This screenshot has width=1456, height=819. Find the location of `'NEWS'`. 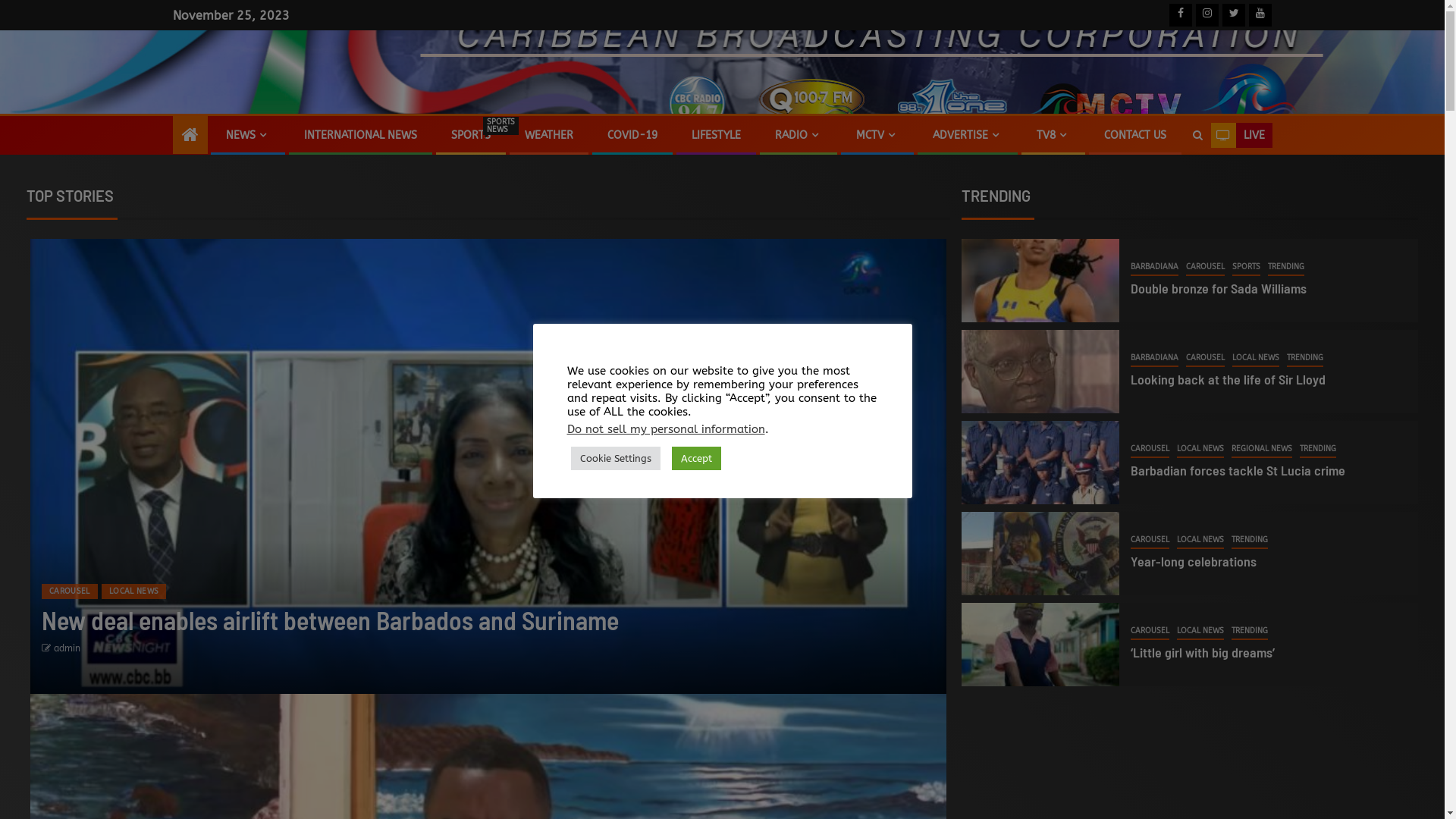

'NEWS' is located at coordinates (247, 134).